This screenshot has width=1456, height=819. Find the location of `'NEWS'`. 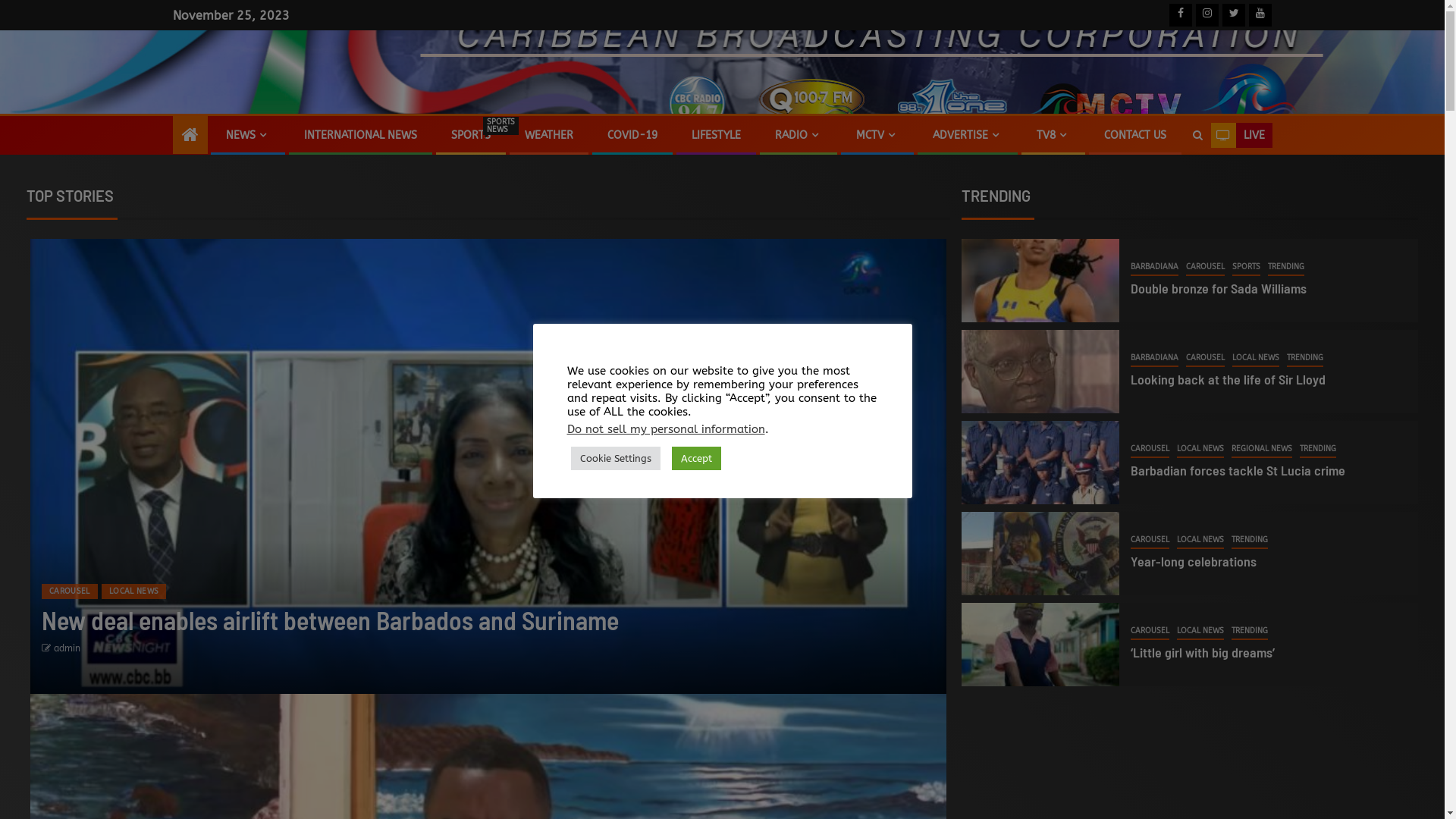

'NEWS' is located at coordinates (247, 134).